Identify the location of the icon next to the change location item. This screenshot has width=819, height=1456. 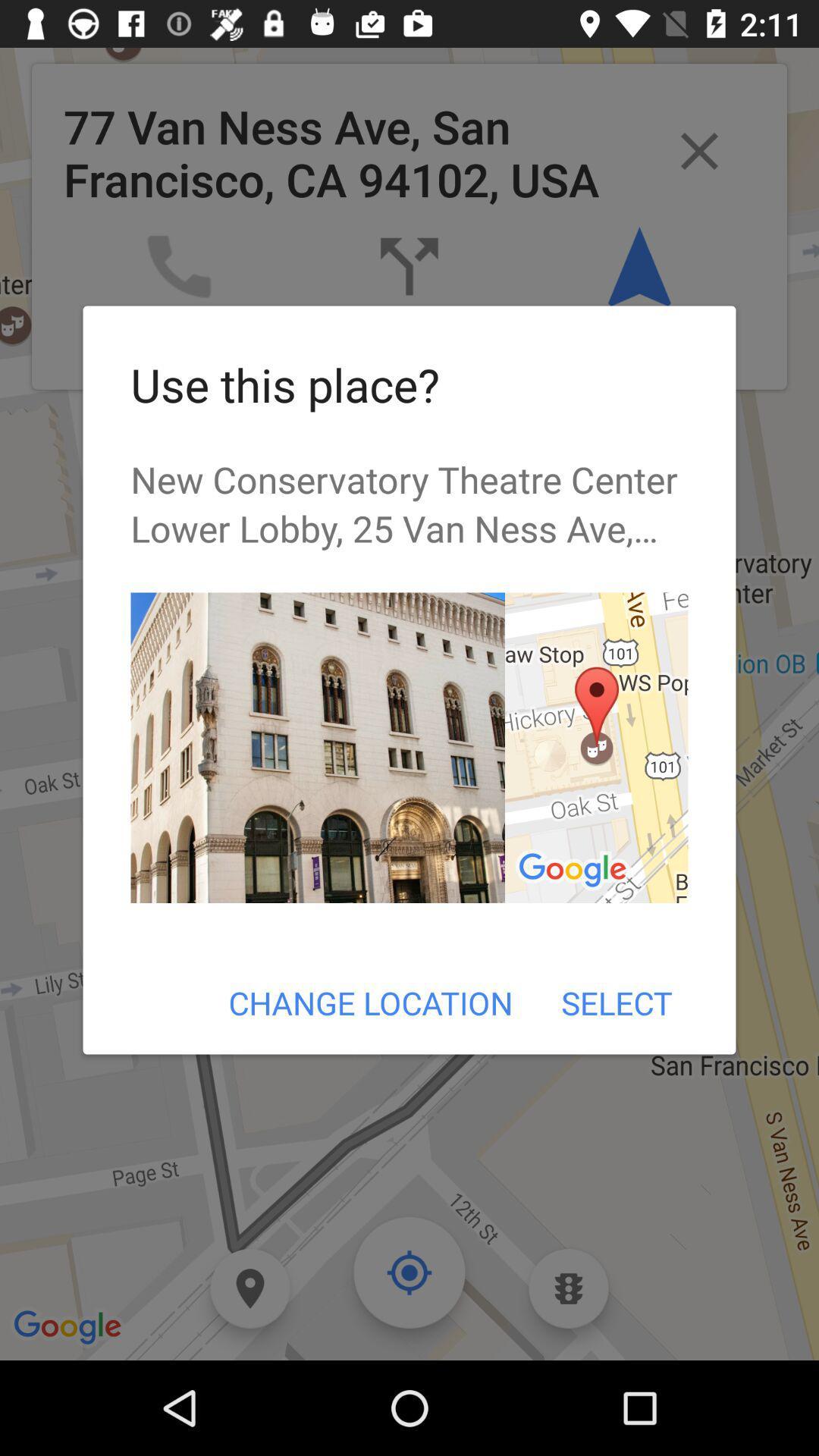
(617, 1003).